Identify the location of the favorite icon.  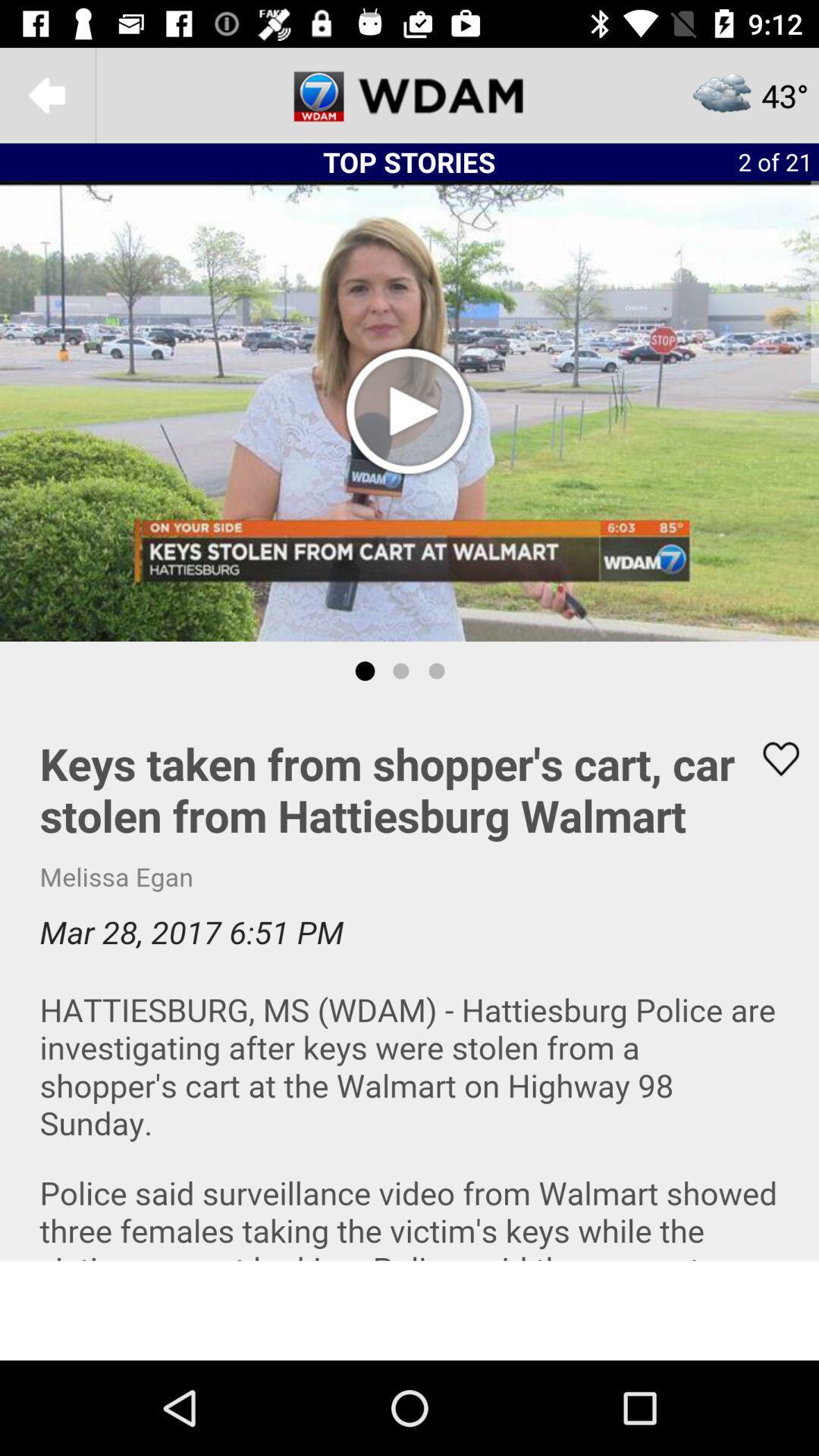
(771, 758).